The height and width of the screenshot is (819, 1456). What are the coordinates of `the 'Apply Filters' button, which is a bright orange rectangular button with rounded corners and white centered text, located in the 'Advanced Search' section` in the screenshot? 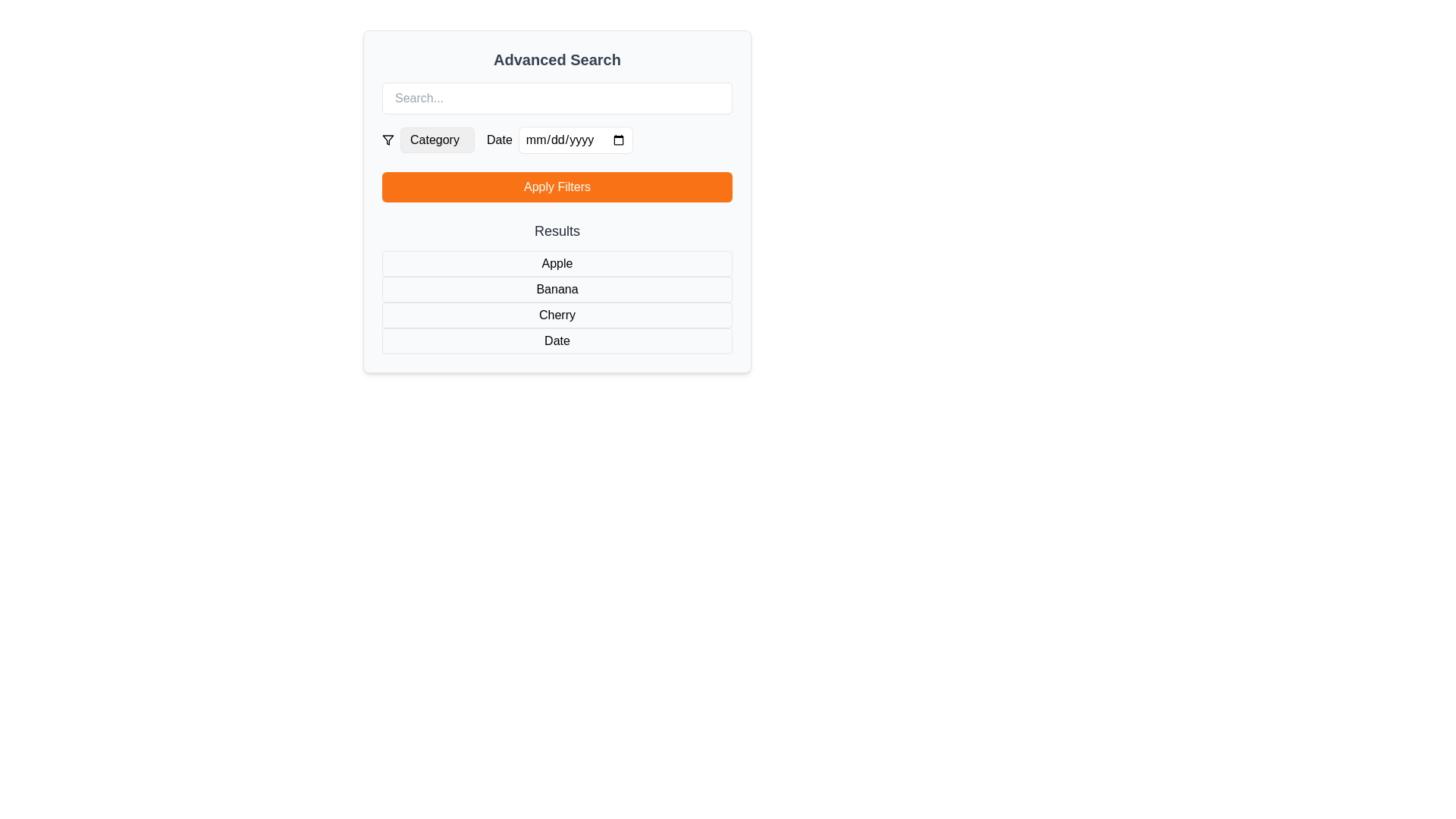 It's located at (556, 186).